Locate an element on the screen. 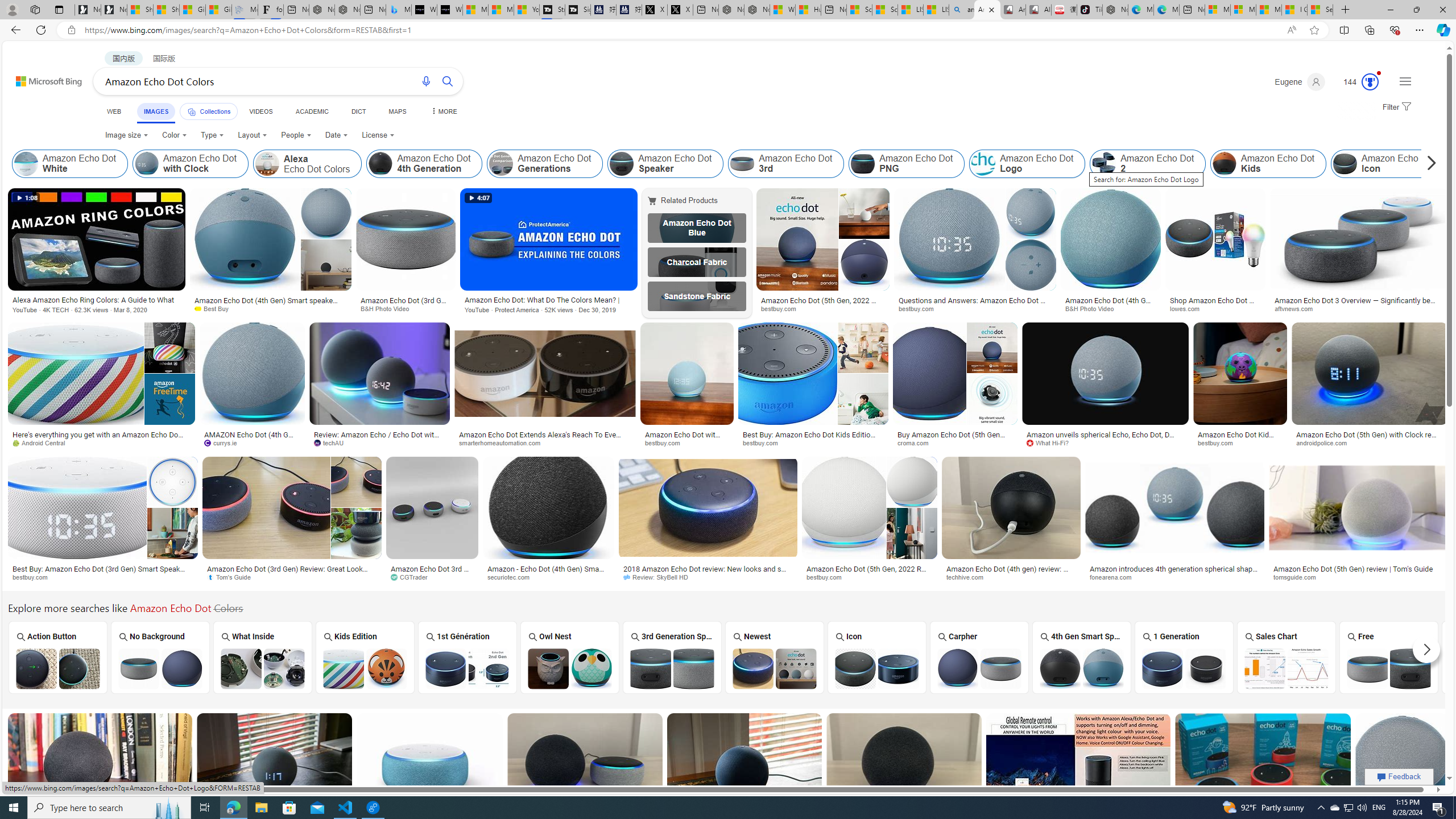 The image size is (1456, 819). 'Amazon Echo Dot Speaker' is located at coordinates (665, 163).